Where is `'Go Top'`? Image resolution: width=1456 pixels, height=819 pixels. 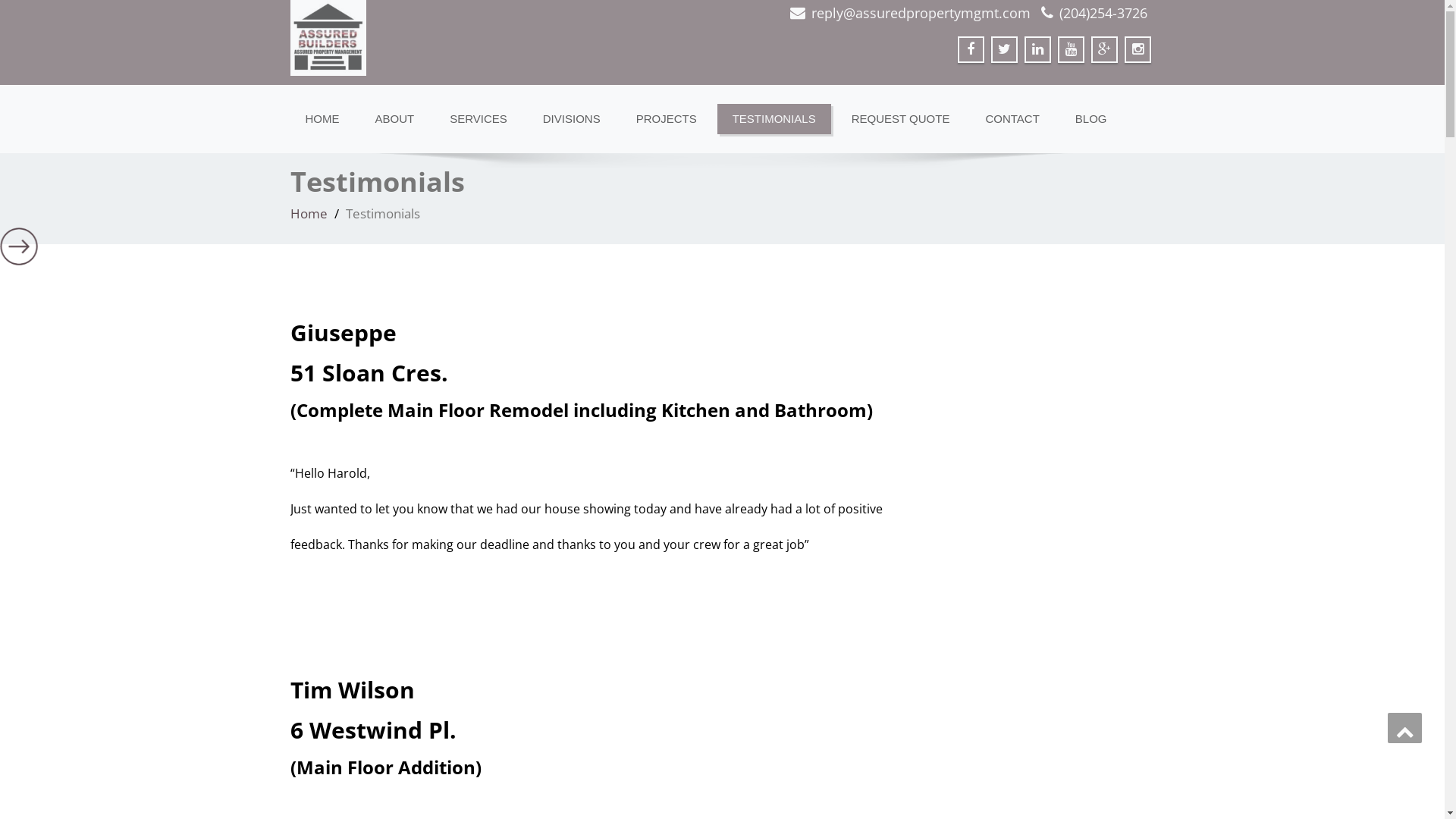 'Go Top' is located at coordinates (1404, 727).